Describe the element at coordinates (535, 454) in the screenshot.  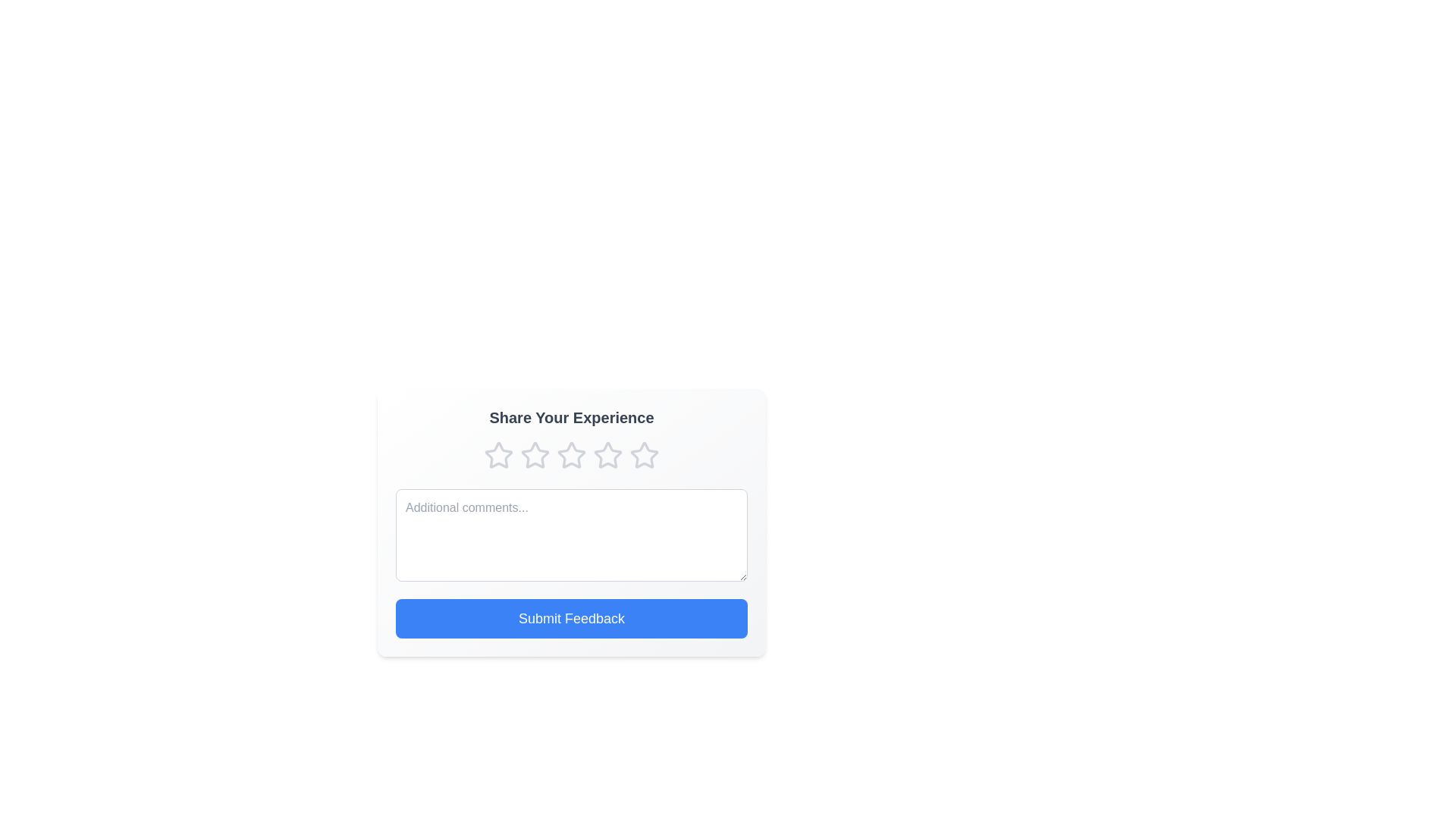
I see `the second hollow star icon in the row of five stars to rate it as 2 stars` at that location.